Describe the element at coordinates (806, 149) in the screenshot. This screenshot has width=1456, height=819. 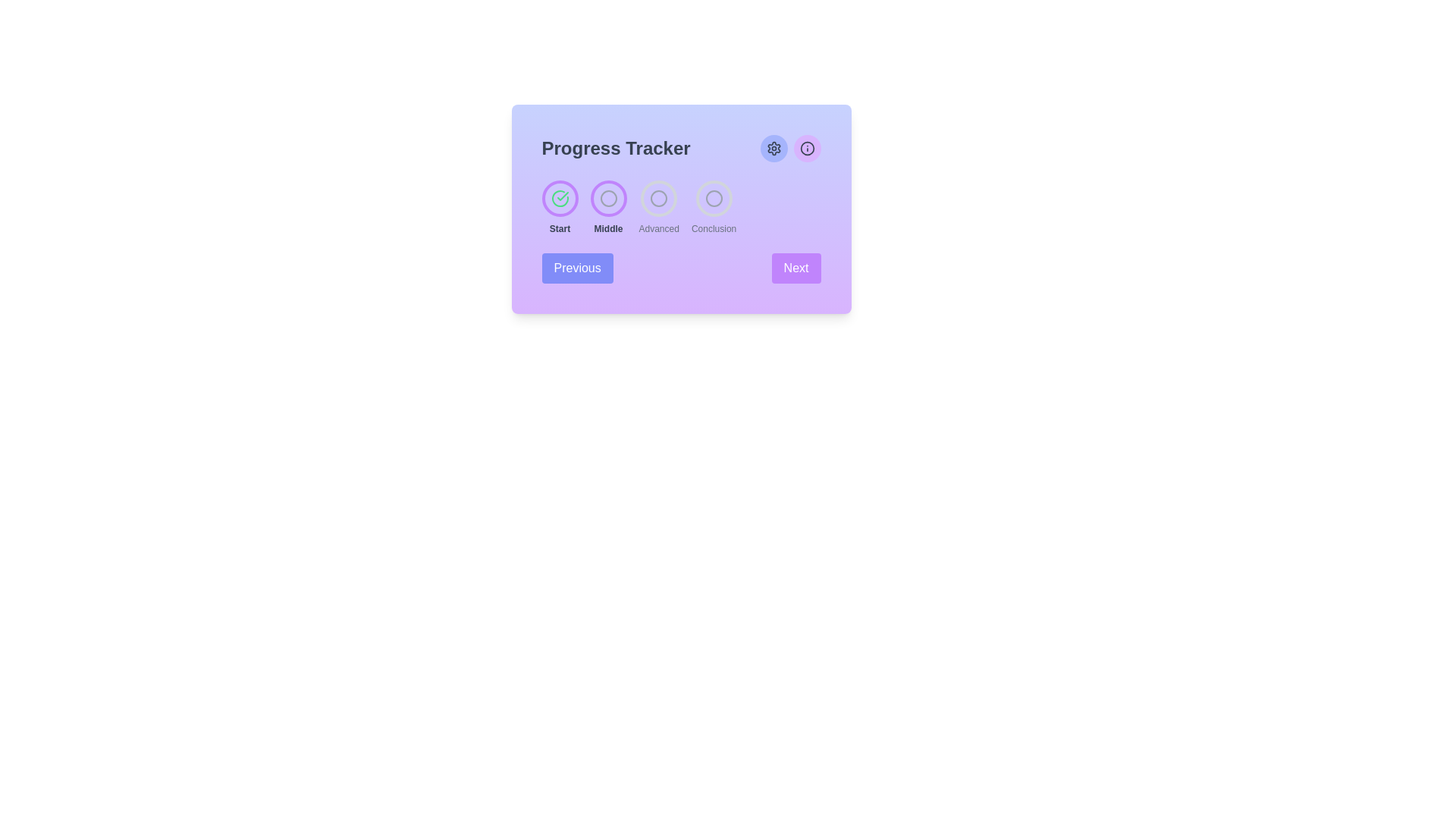
I see `the informational icon located in the top-right corner of the 'Progress Tracker' card` at that location.